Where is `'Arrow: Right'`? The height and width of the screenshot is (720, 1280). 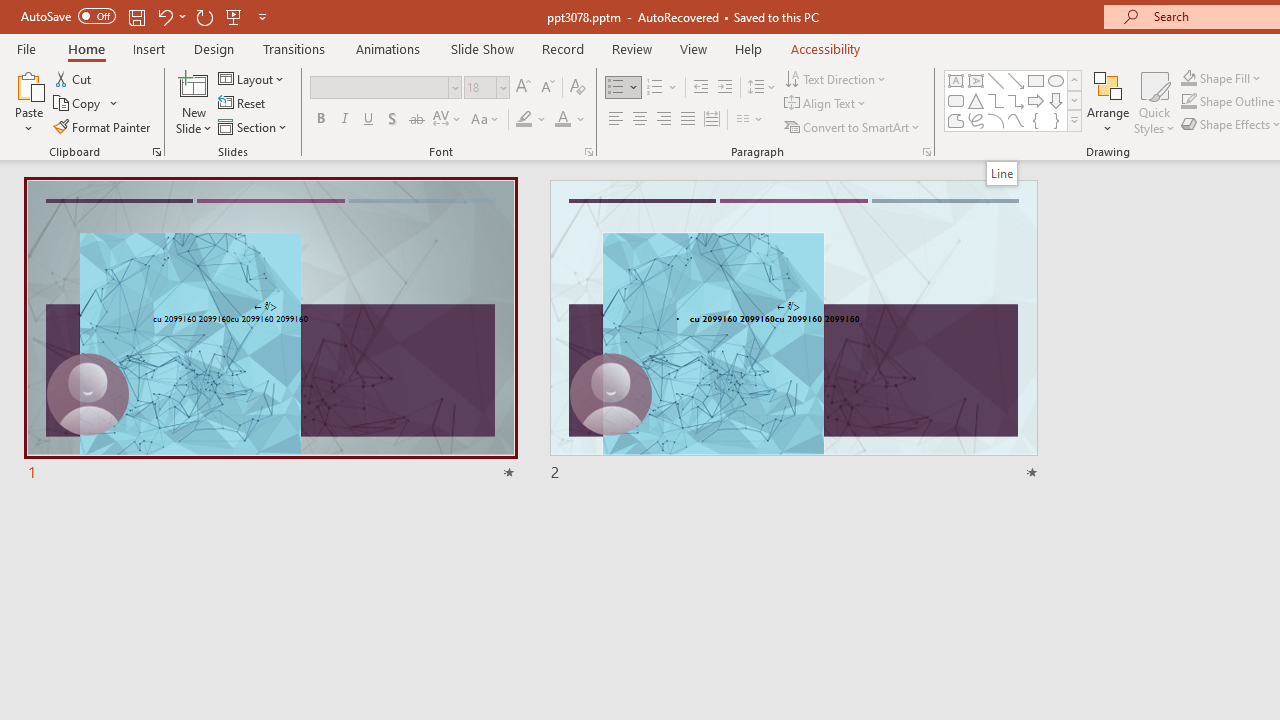
'Arrow: Right' is located at coordinates (1036, 100).